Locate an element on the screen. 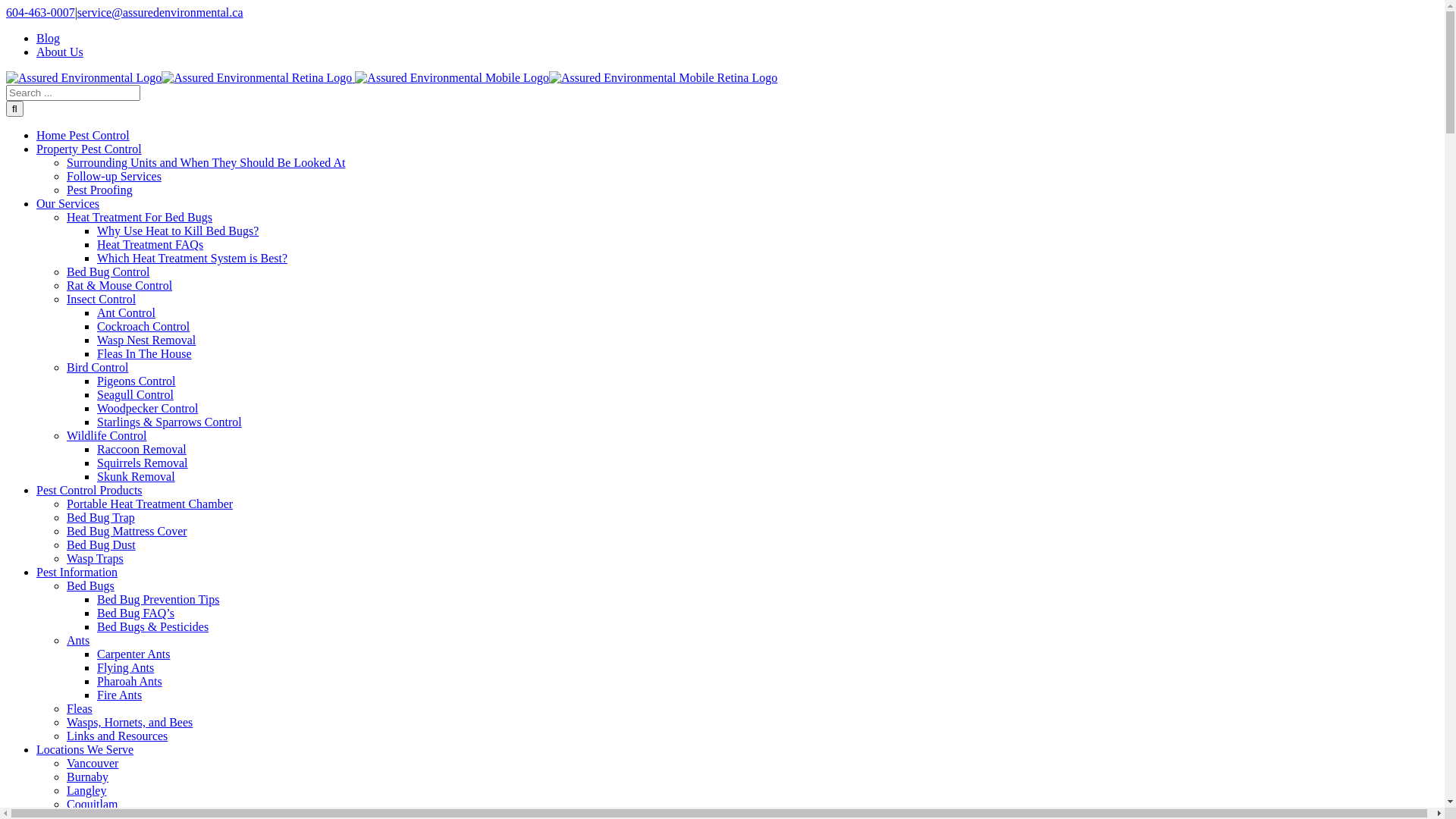 Image resolution: width=1456 pixels, height=819 pixels. 'Bed Bug Control' is located at coordinates (107, 271).